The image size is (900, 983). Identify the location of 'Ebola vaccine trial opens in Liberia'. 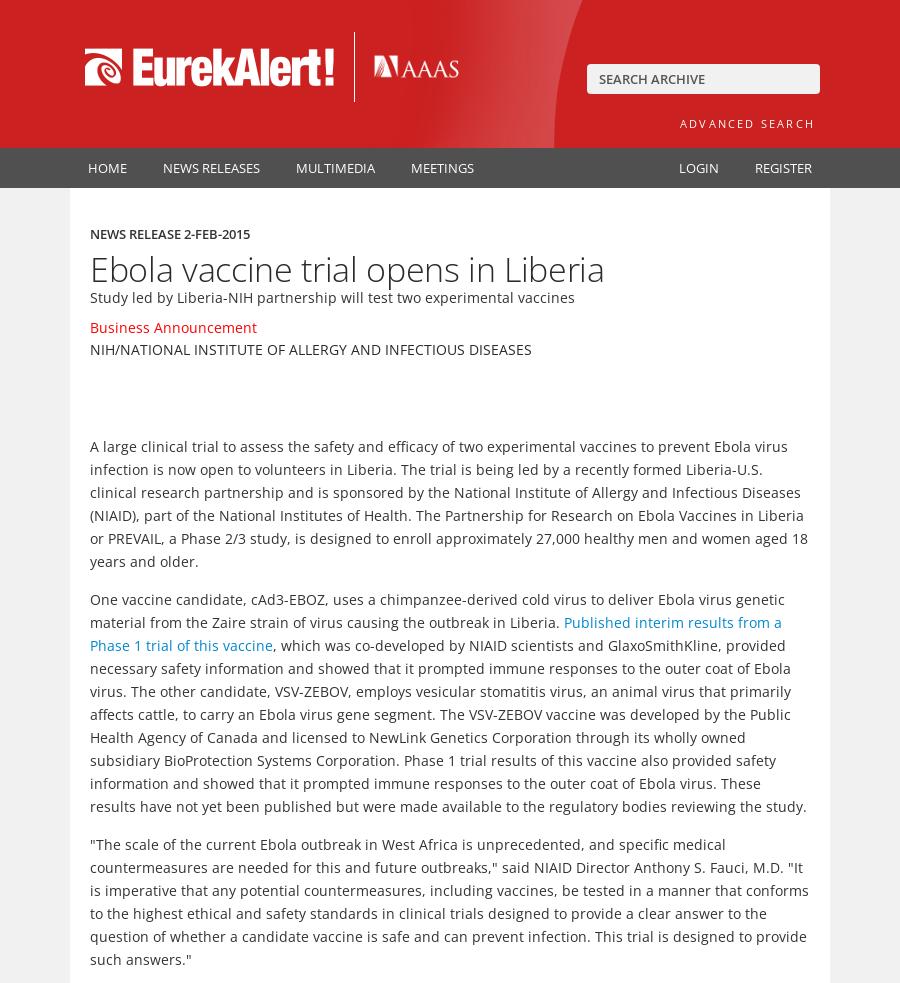
(347, 267).